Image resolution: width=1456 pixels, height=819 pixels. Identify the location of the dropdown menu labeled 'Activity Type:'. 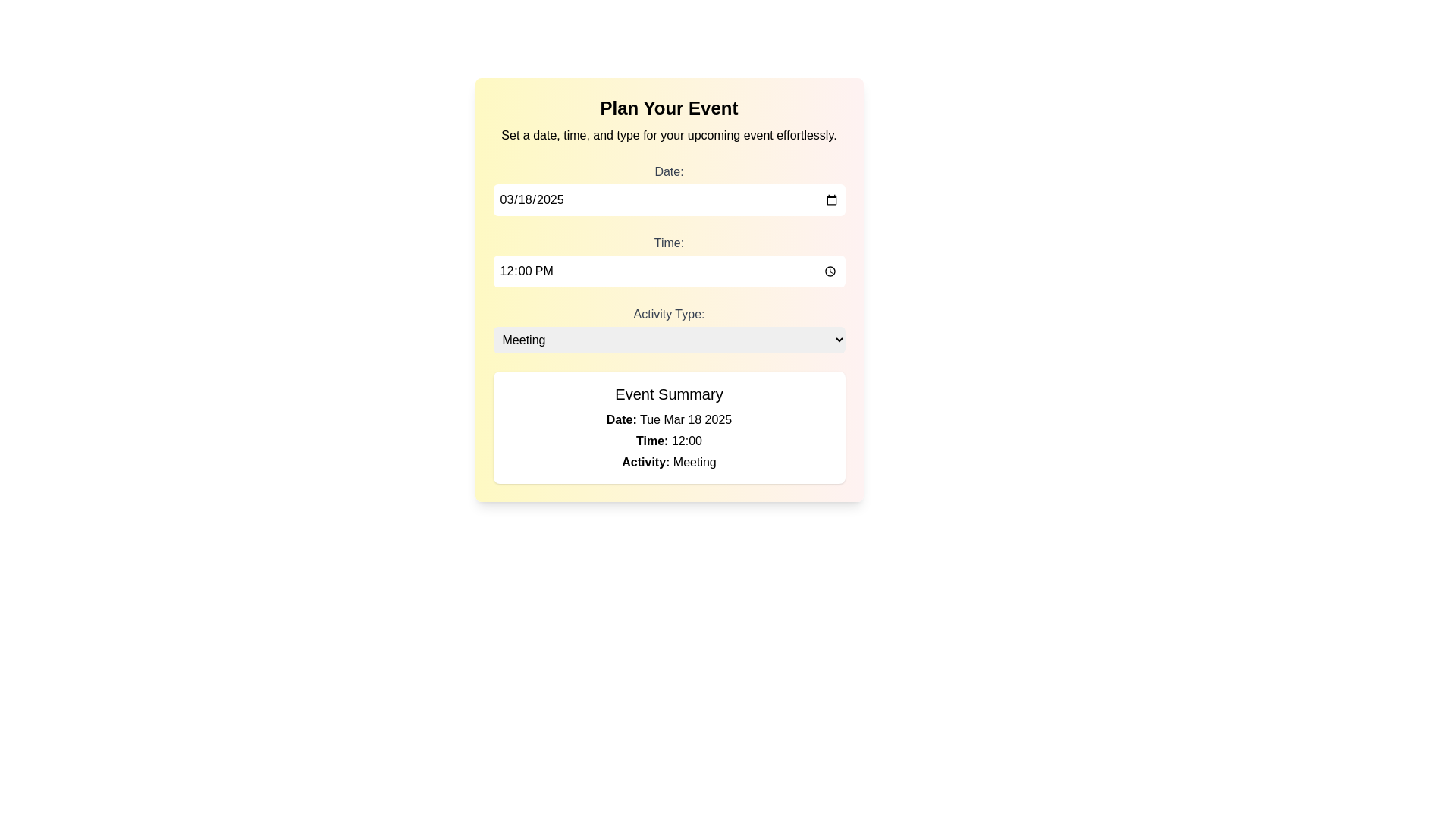
(668, 328).